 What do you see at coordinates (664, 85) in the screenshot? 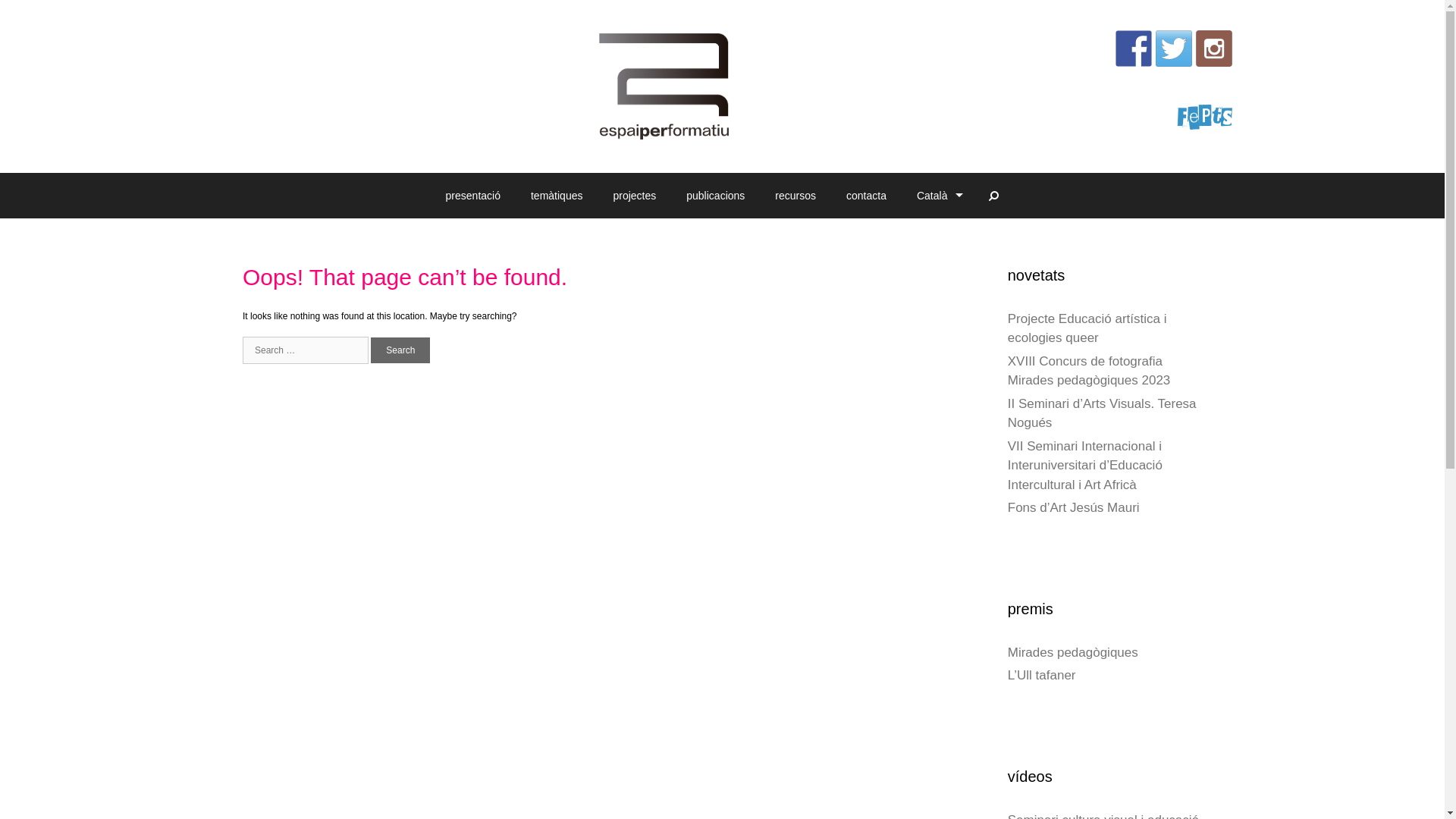
I see `'espaiperformatiu'` at bounding box center [664, 85].